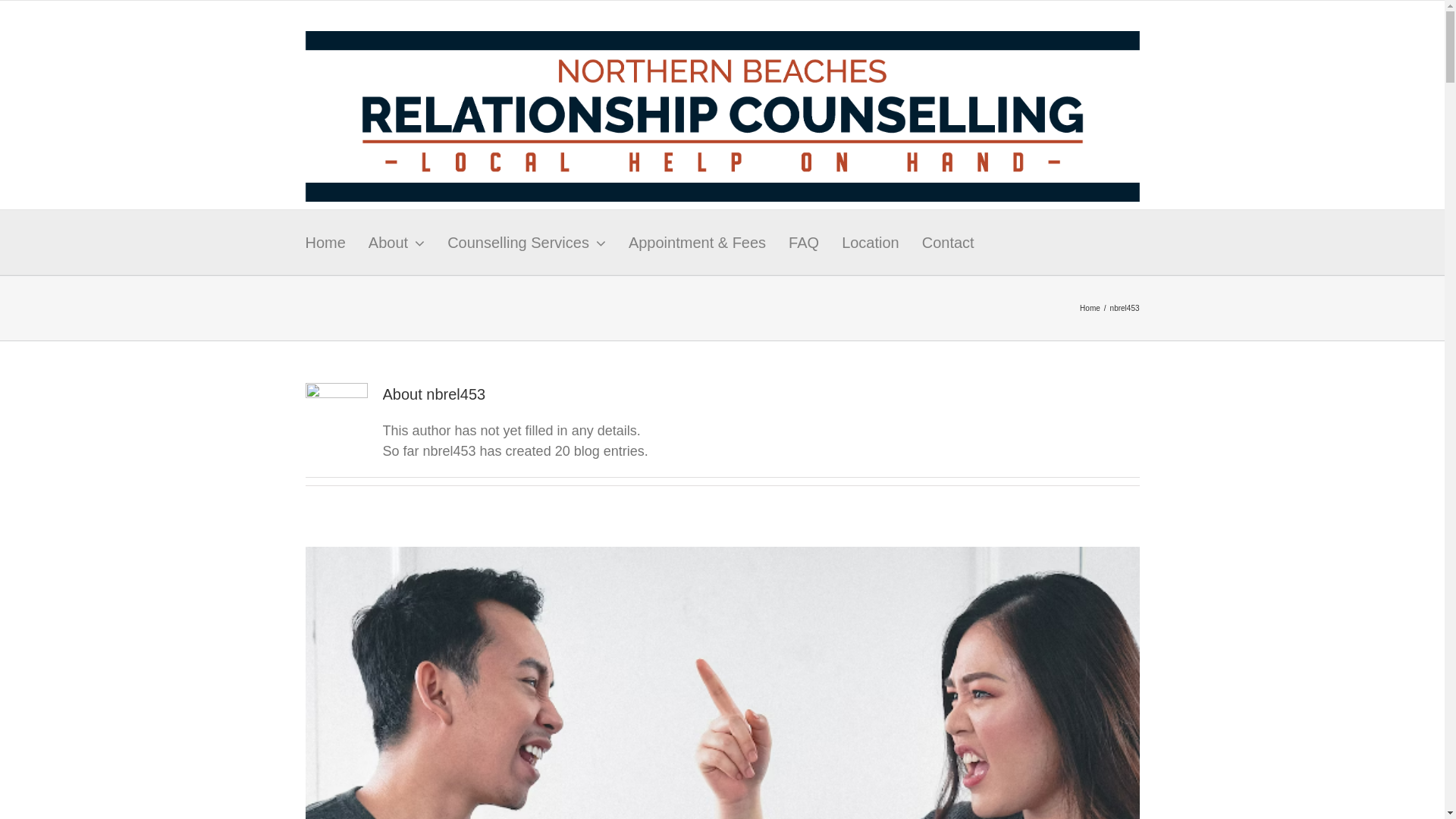 This screenshot has width=1456, height=819. What do you see at coordinates (324, 241) in the screenshot?
I see `'Home'` at bounding box center [324, 241].